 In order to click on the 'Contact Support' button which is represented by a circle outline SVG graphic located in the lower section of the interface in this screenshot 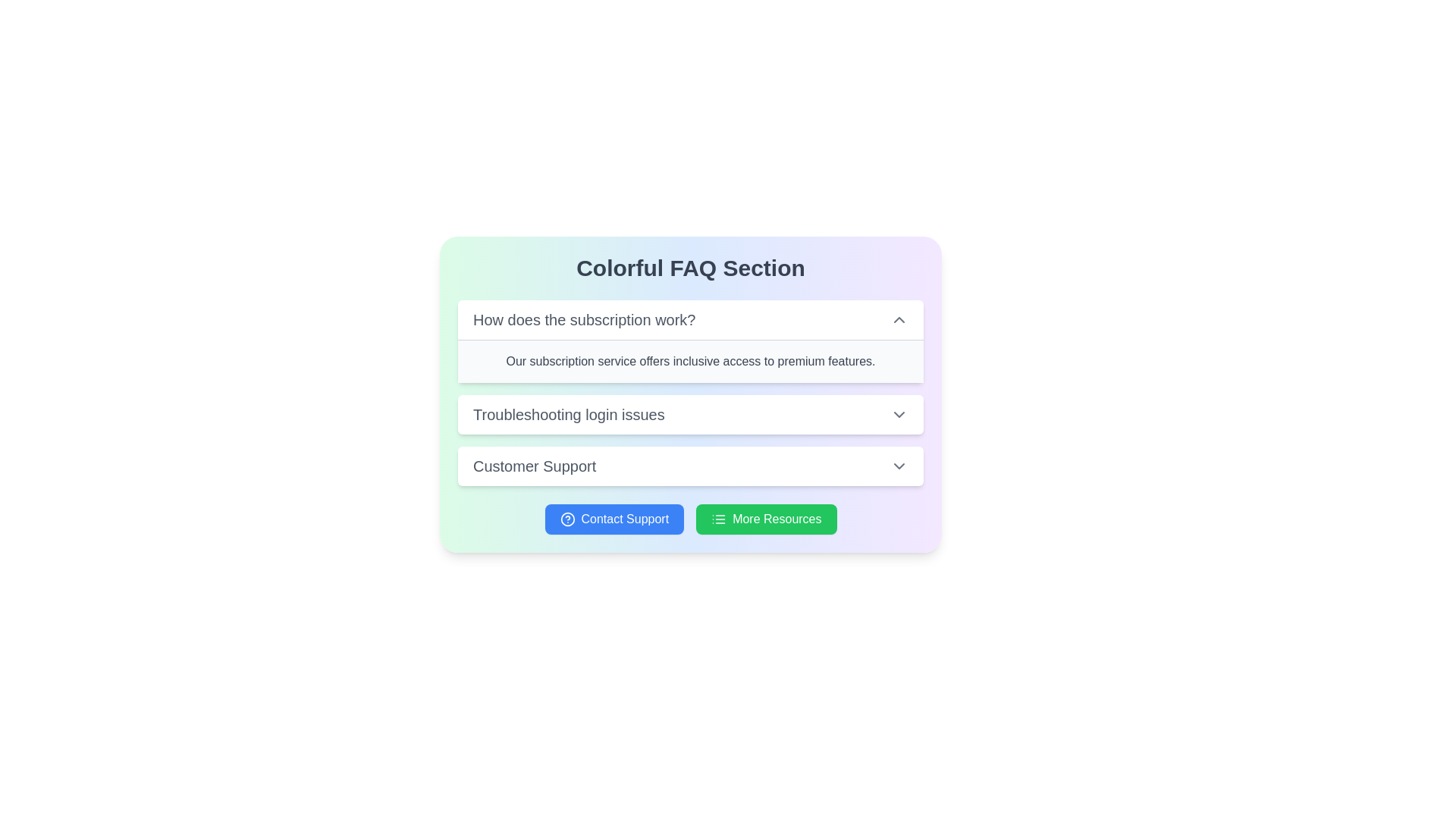, I will do `click(566, 519)`.